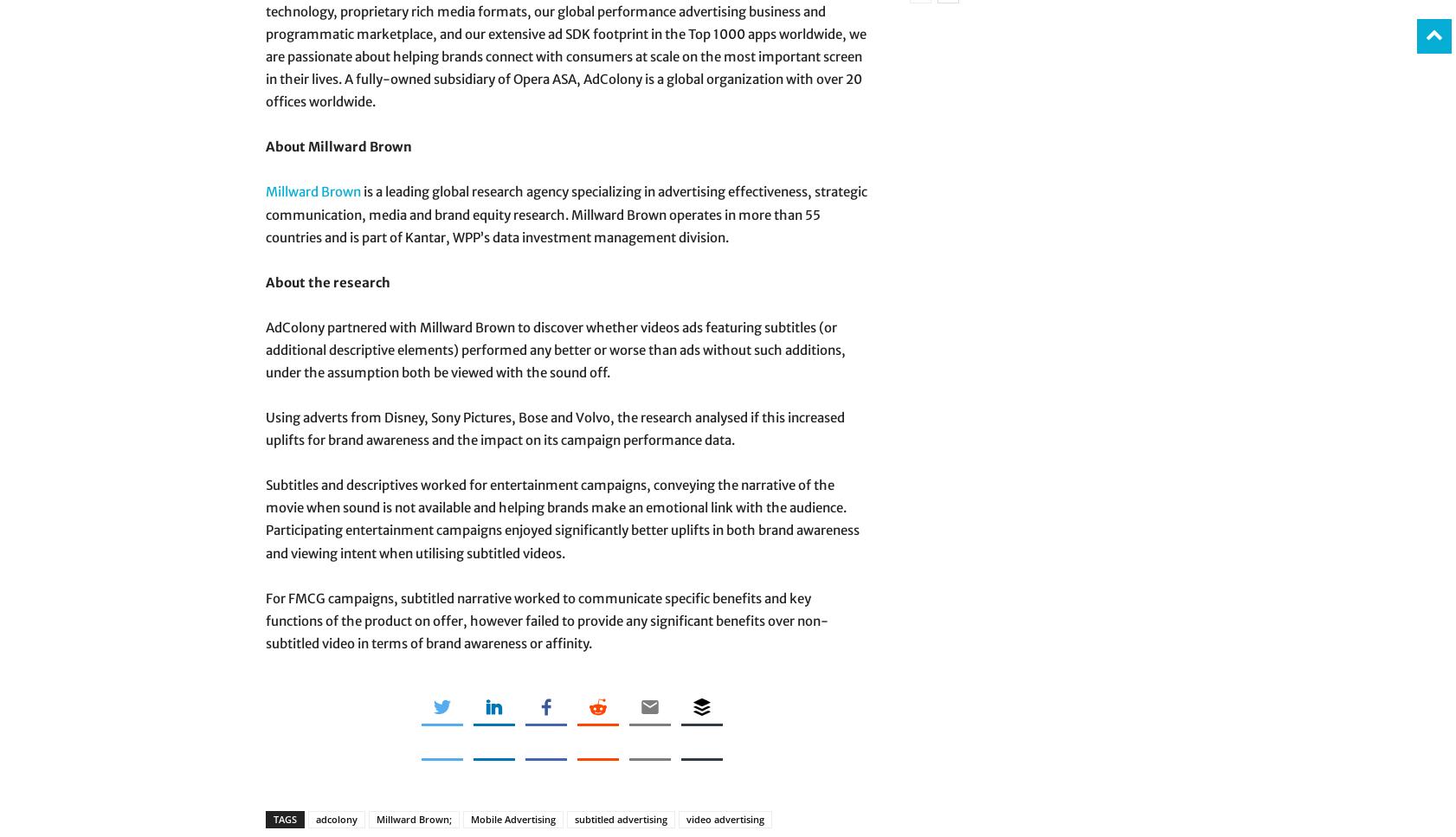 This screenshot has height=837, width=1456. Describe the element at coordinates (513, 817) in the screenshot. I see `'Mobile Advertising'` at that location.